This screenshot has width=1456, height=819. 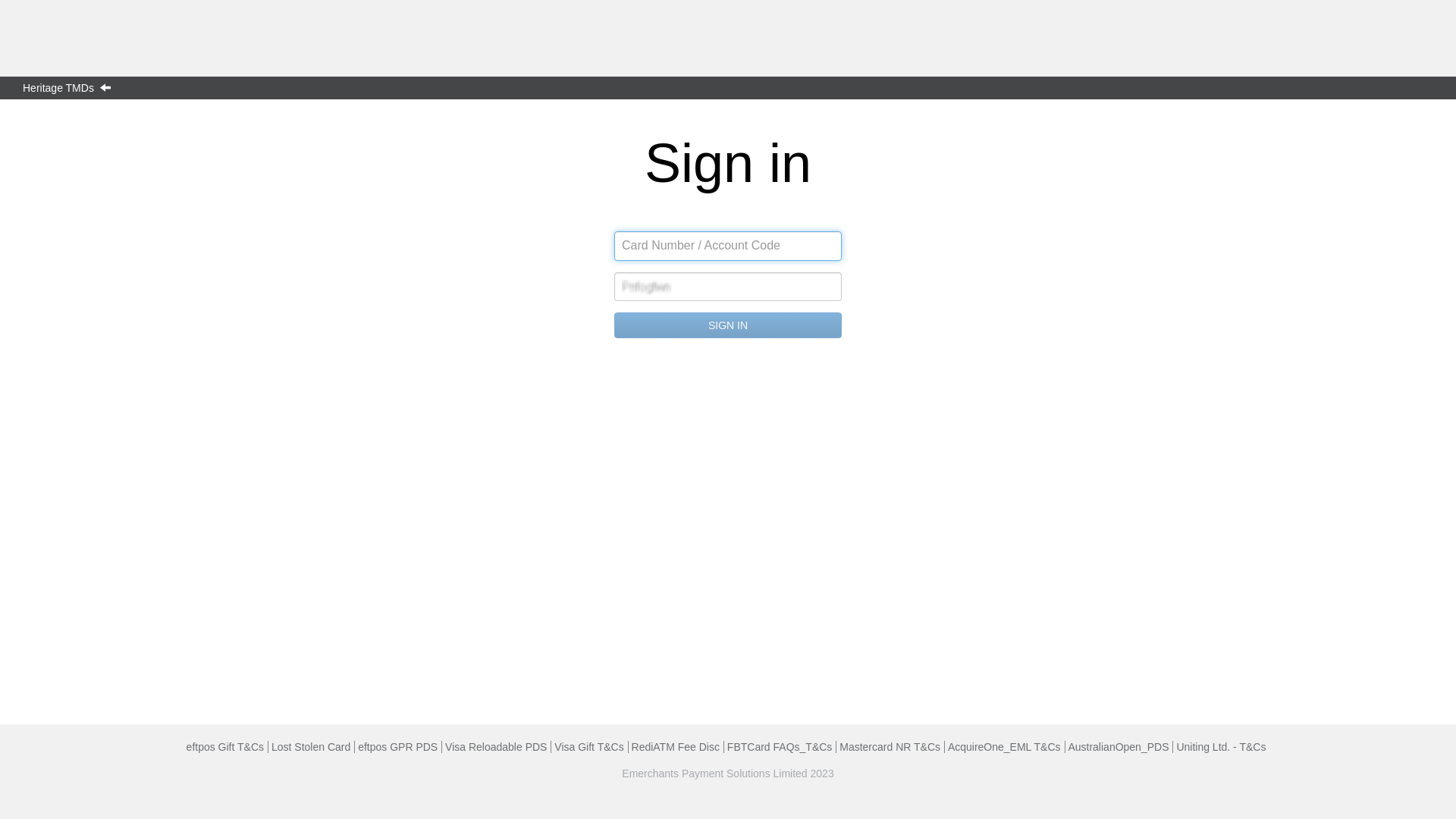 What do you see at coordinates (675, 745) in the screenshot?
I see `'RediATM Fee Disc'` at bounding box center [675, 745].